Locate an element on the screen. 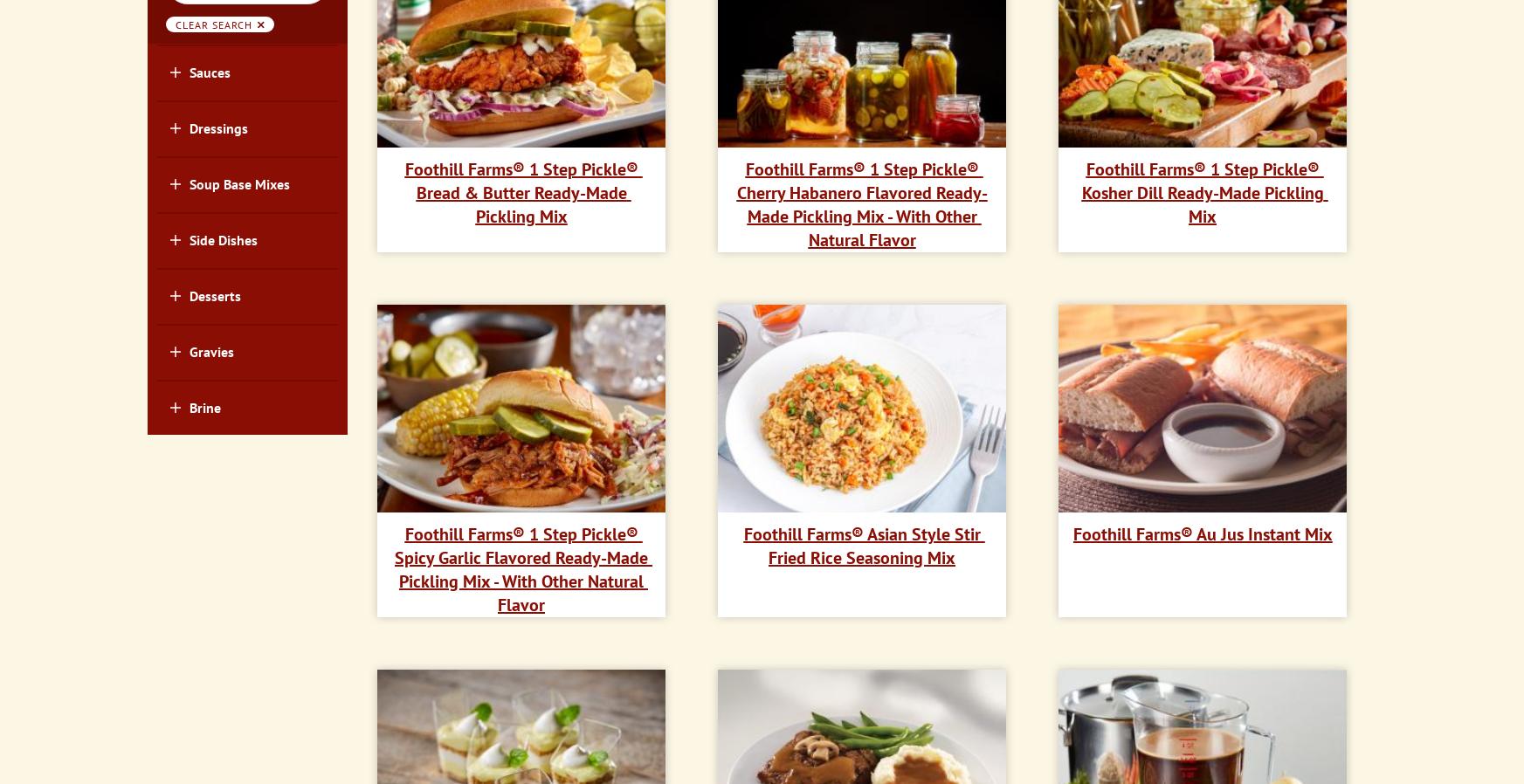  'Sauces' is located at coordinates (208, 70).